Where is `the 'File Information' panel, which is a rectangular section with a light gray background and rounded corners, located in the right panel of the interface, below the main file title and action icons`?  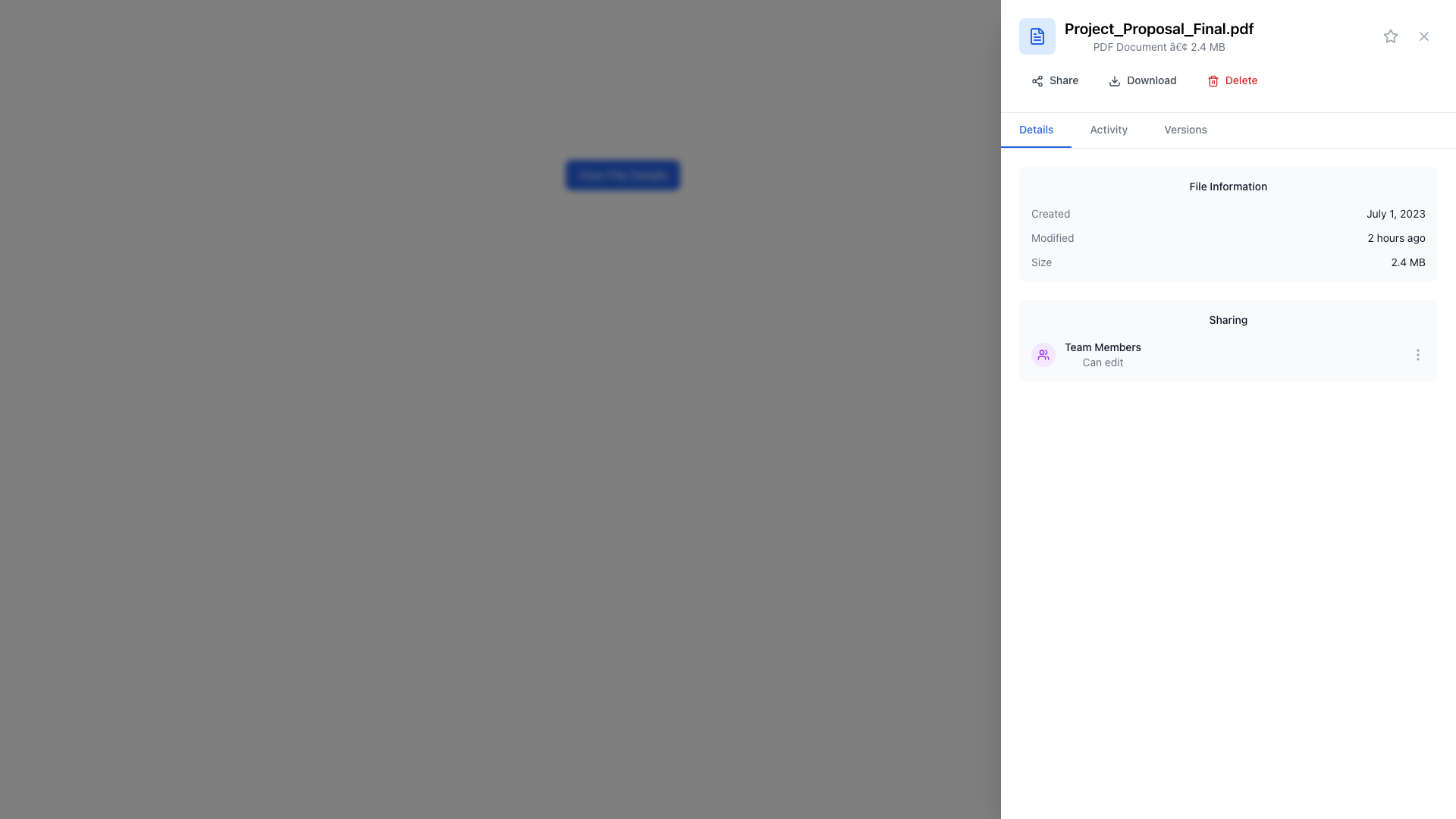 the 'File Information' panel, which is a rectangular section with a light gray background and rounded corners, located in the right panel of the interface, below the main file title and action icons is located at coordinates (1228, 224).